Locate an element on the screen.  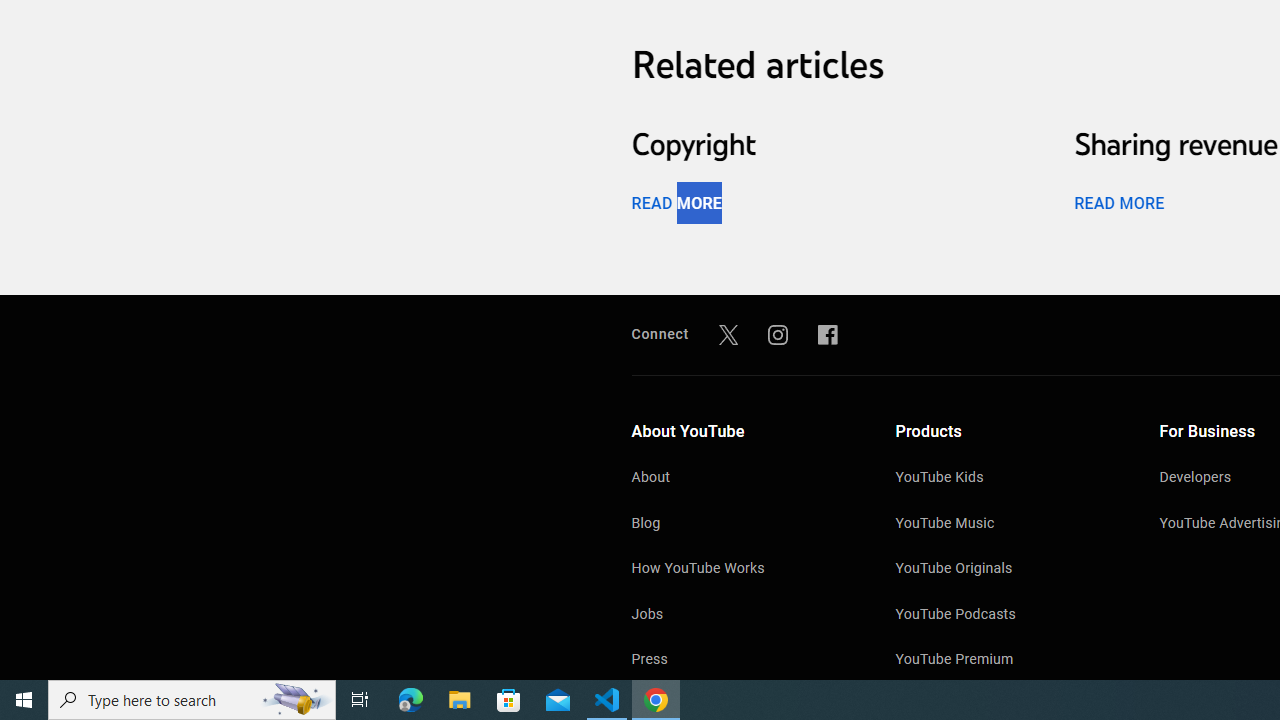
'Jobs' is located at coordinates (742, 615).